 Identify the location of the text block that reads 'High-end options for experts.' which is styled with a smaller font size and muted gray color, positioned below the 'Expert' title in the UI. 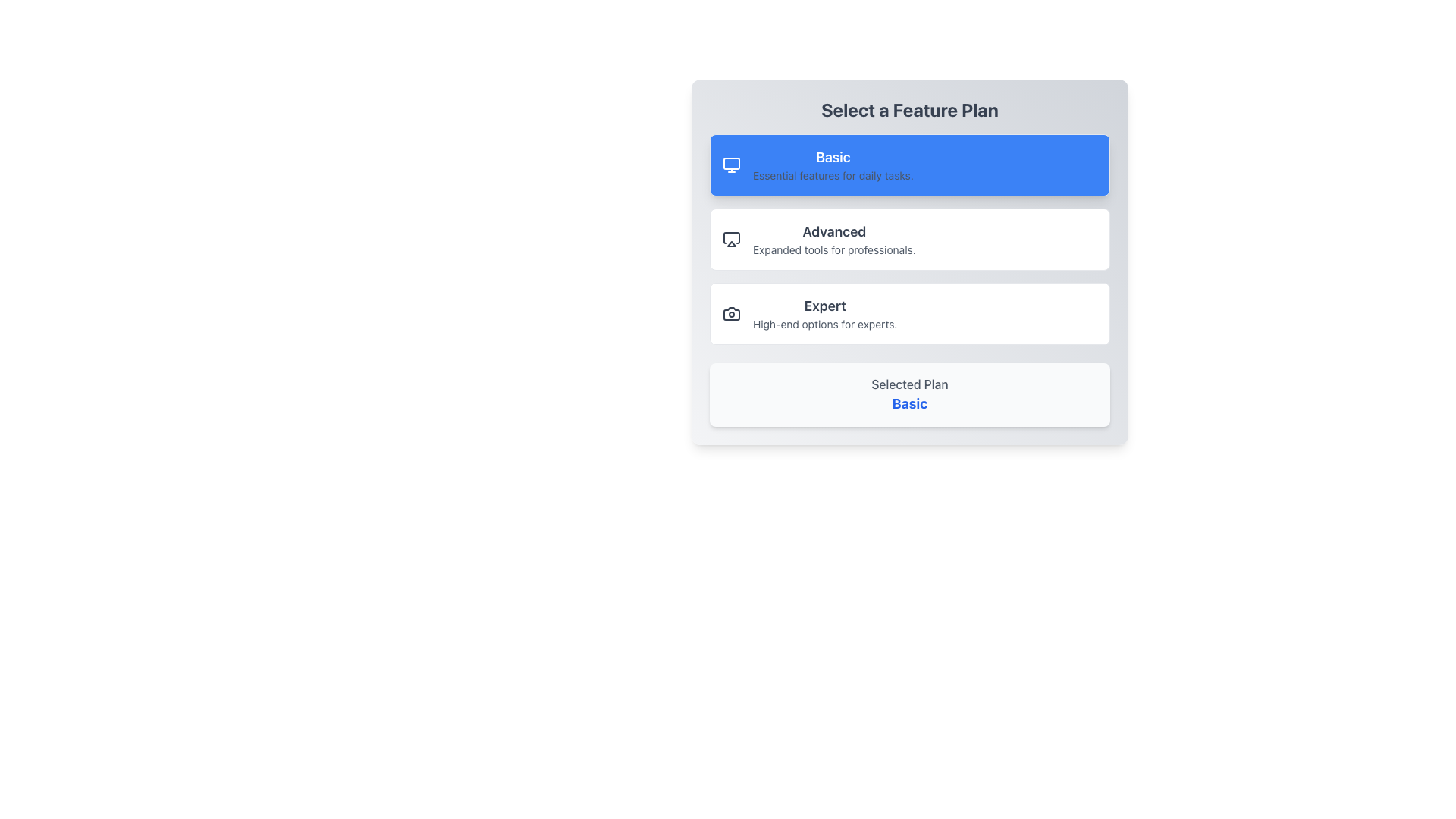
(824, 324).